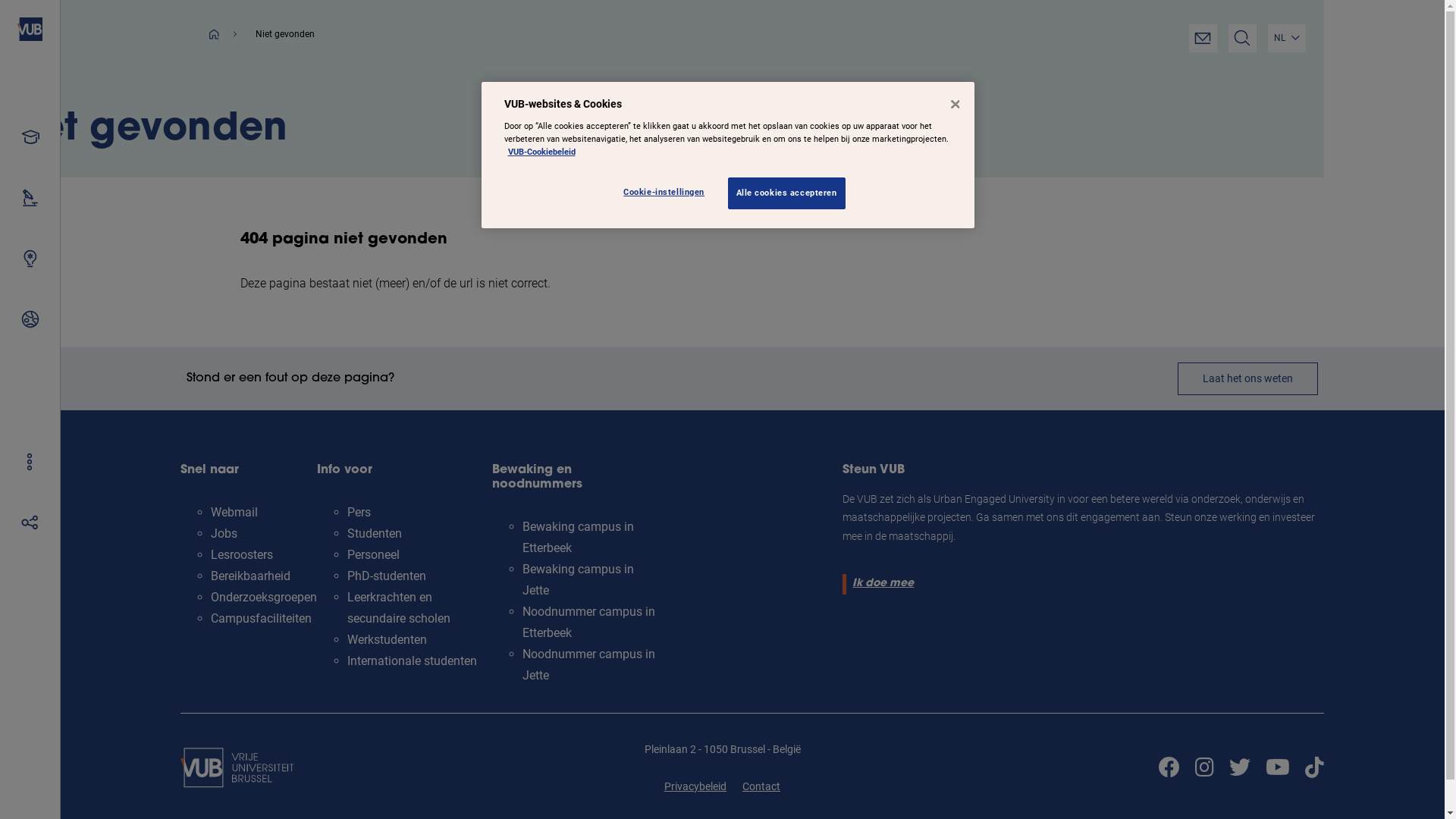  What do you see at coordinates (1247, 378) in the screenshot?
I see `'Laat het ons weten'` at bounding box center [1247, 378].